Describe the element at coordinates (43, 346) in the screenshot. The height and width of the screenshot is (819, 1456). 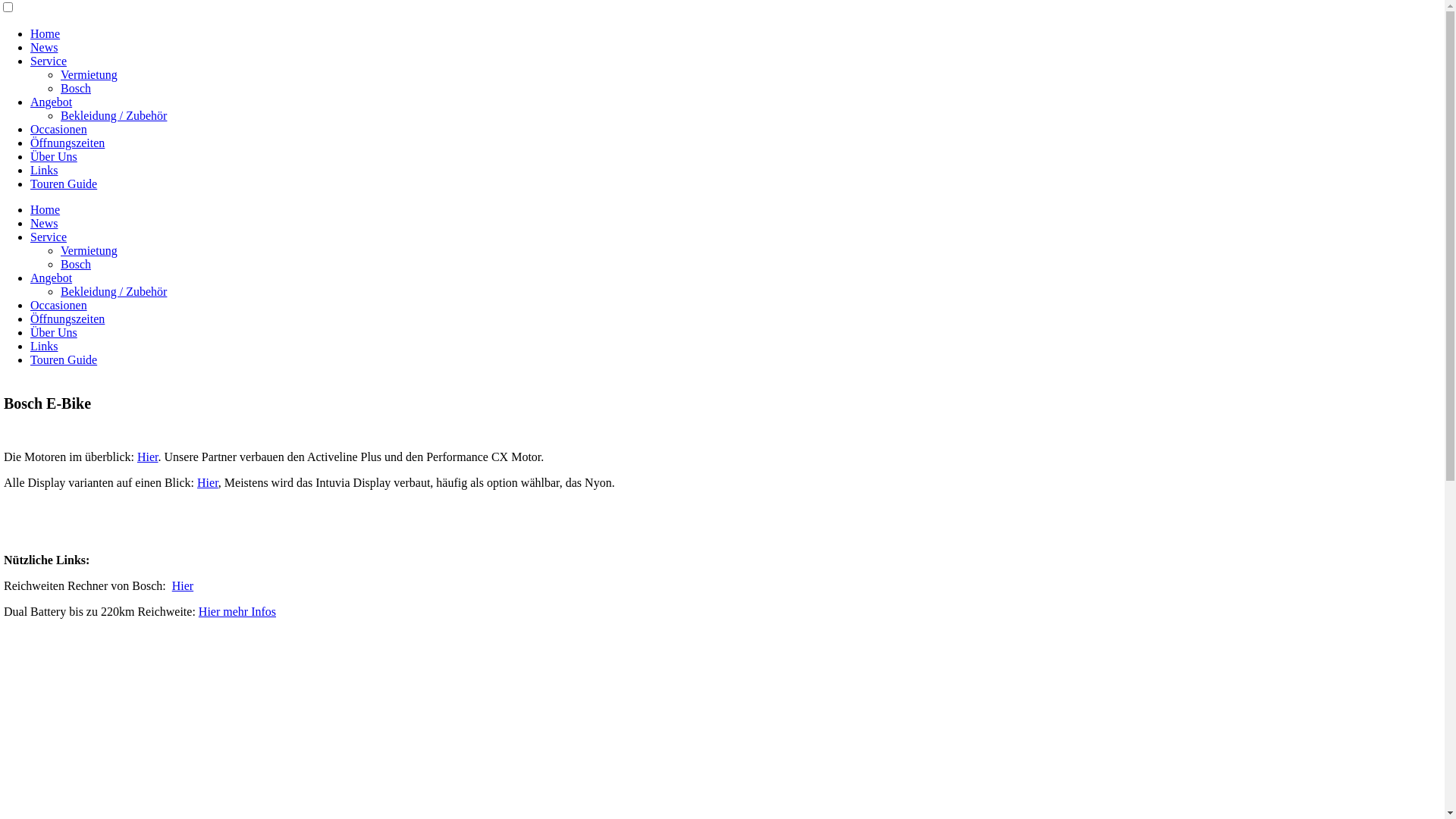
I see `'Links'` at that location.